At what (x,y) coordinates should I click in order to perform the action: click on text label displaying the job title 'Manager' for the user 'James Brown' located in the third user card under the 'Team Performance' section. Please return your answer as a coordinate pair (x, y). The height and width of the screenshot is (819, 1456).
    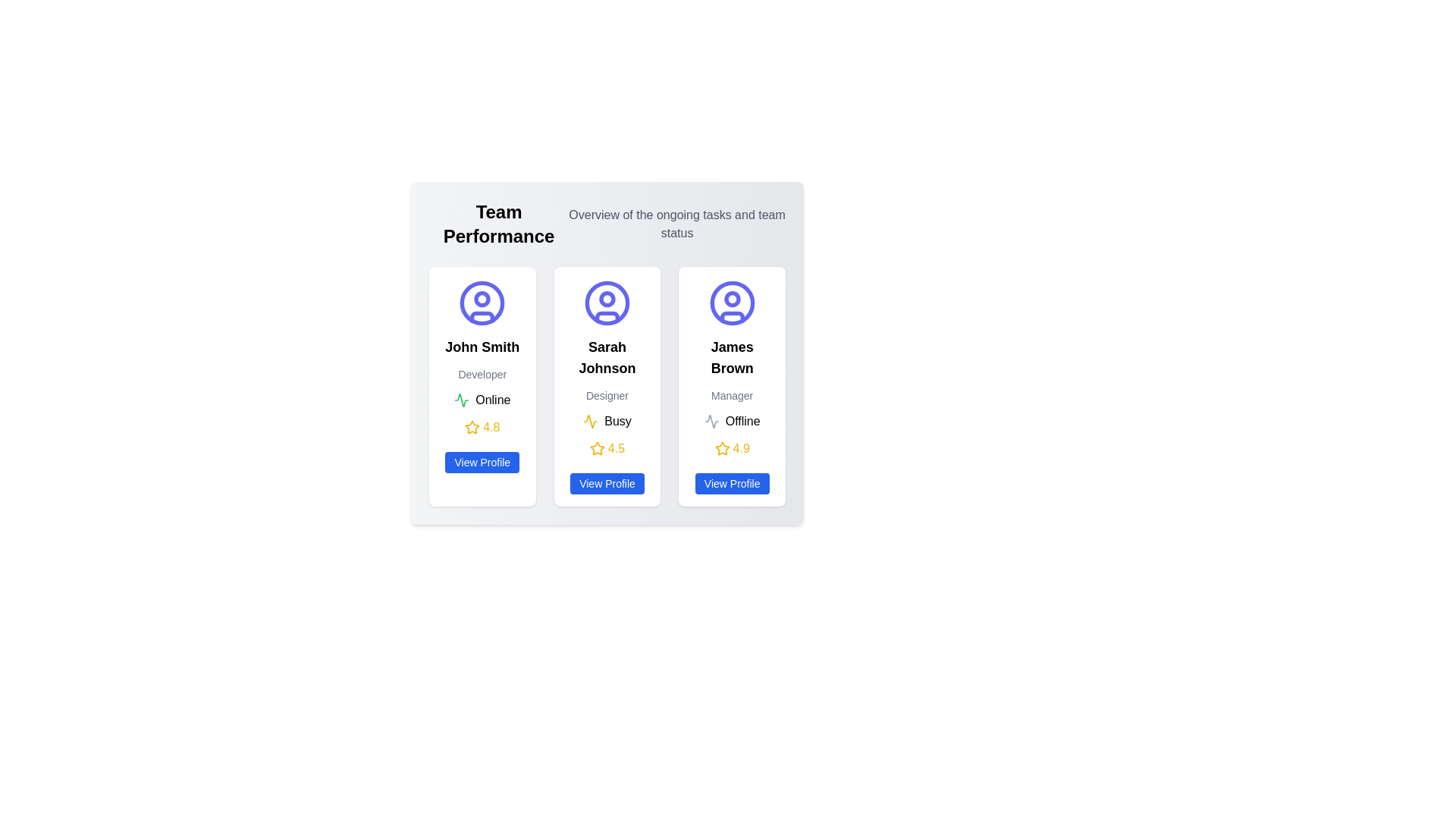
    Looking at the image, I should click on (732, 394).